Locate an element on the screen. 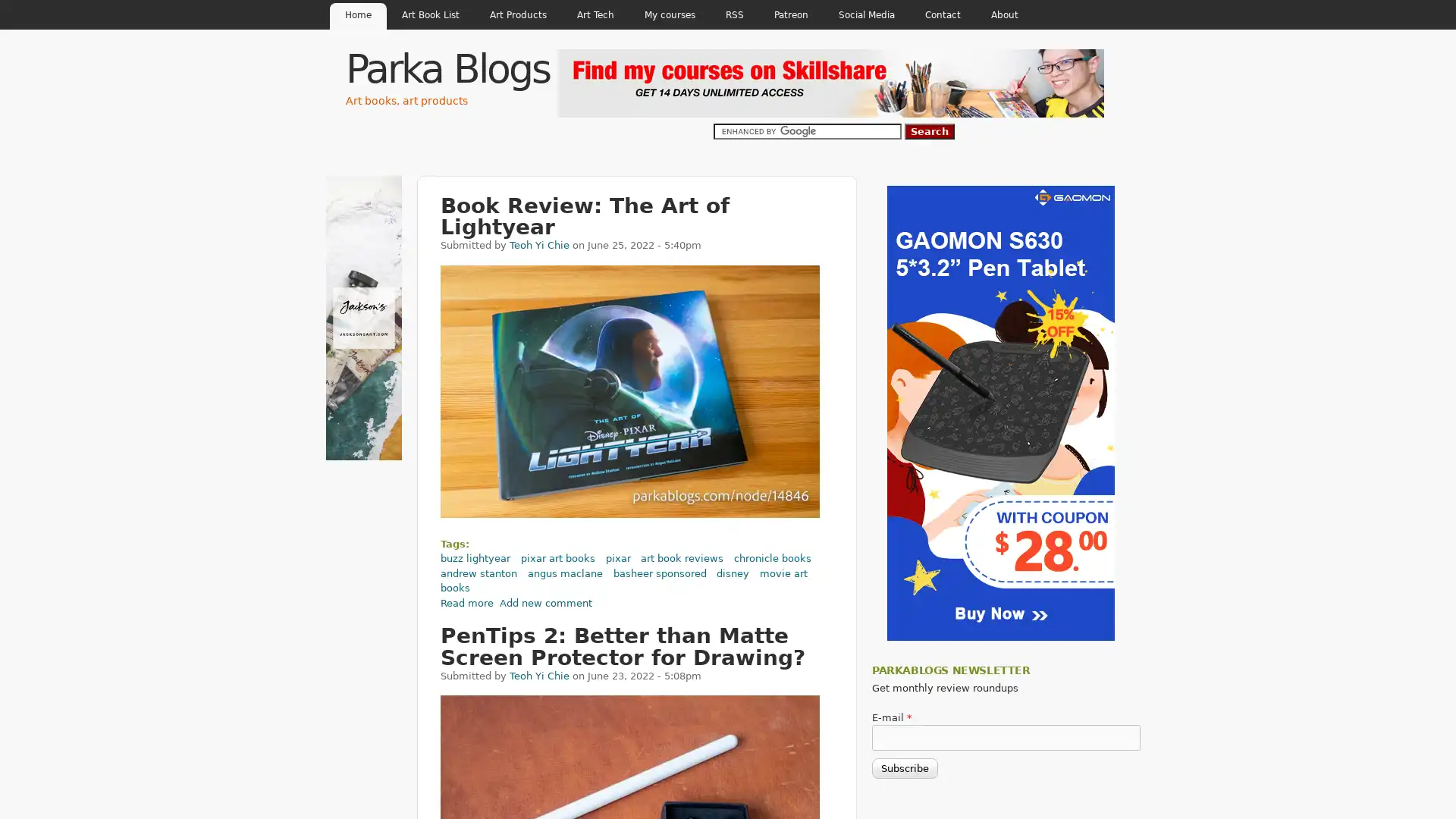 The width and height of the screenshot is (1456, 819). Subscribe is located at coordinates (905, 767).